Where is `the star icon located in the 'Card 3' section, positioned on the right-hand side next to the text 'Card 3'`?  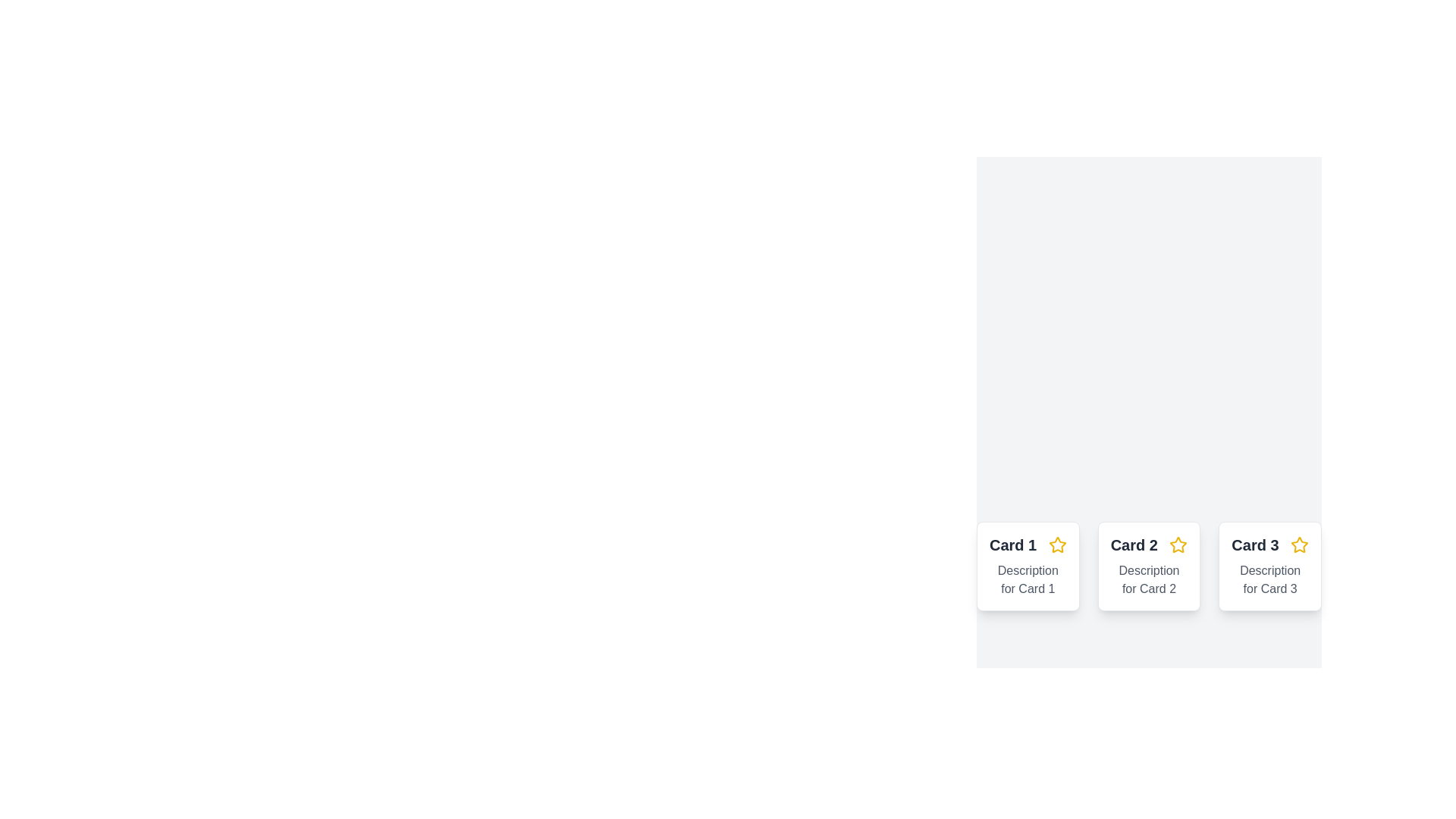 the star icon located in the 'Card 3' section, positioned on the right-hand side next to the text 'Card 3' is located at coordinates (1298, 544).